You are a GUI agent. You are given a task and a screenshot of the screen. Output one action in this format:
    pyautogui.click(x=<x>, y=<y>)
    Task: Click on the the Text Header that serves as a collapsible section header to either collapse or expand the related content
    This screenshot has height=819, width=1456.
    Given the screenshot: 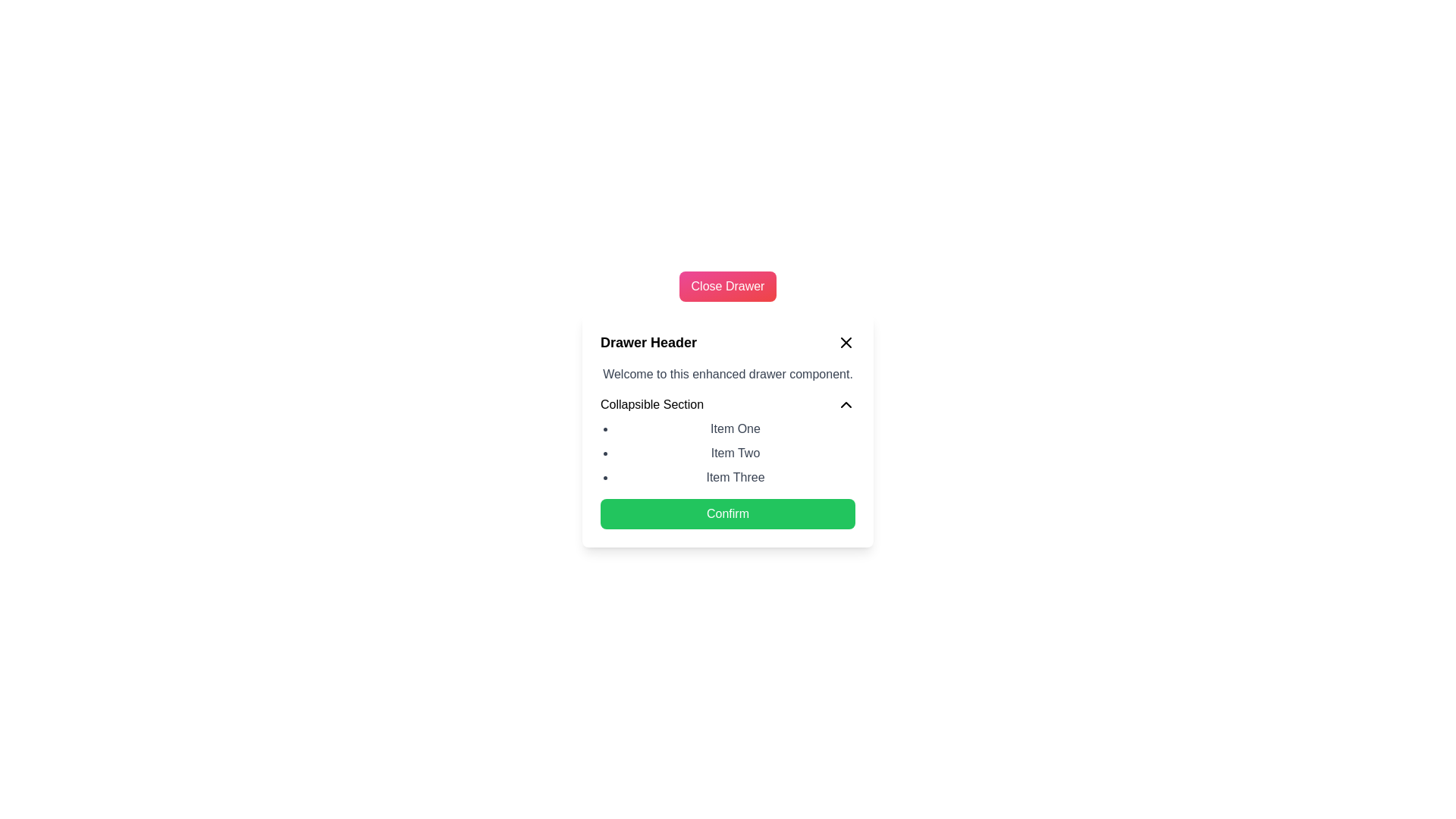 What is the action you would take?
    pyautogui.click(x=651, y=403)
    